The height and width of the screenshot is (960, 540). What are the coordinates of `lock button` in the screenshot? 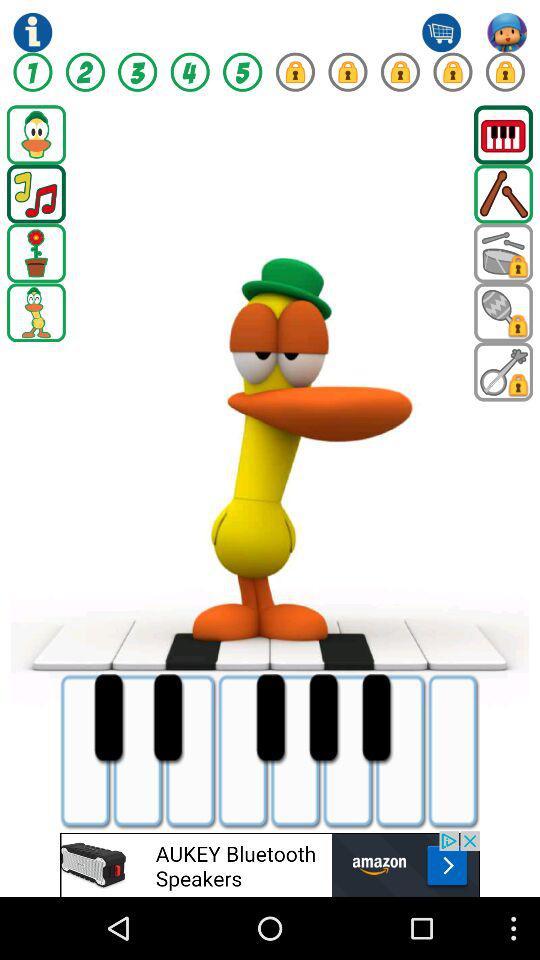 It's located at (452, 72).